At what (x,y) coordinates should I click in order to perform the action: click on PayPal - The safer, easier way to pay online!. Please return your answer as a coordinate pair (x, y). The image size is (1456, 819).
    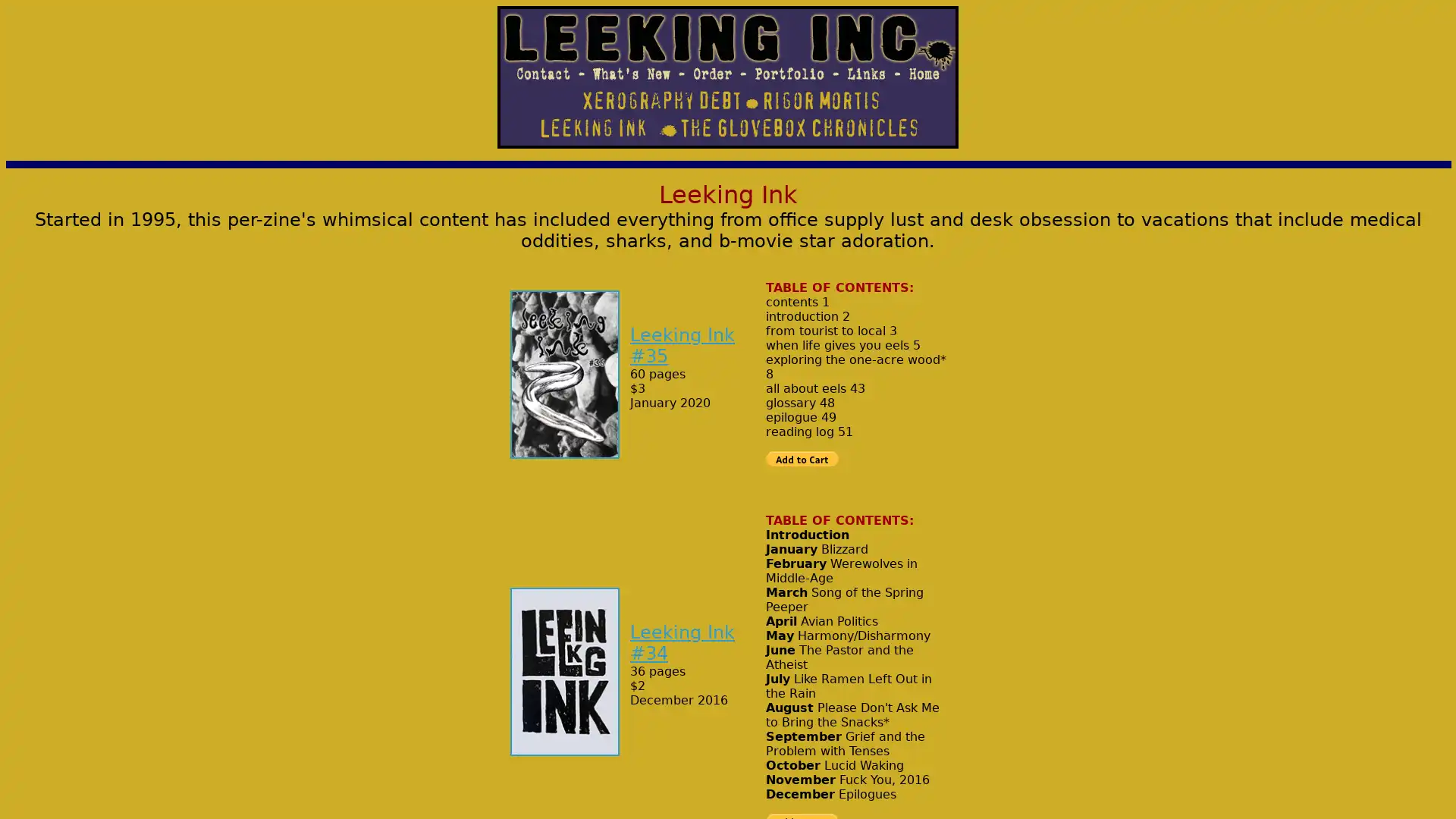
    Looking at the image, I should click on (801, 458).